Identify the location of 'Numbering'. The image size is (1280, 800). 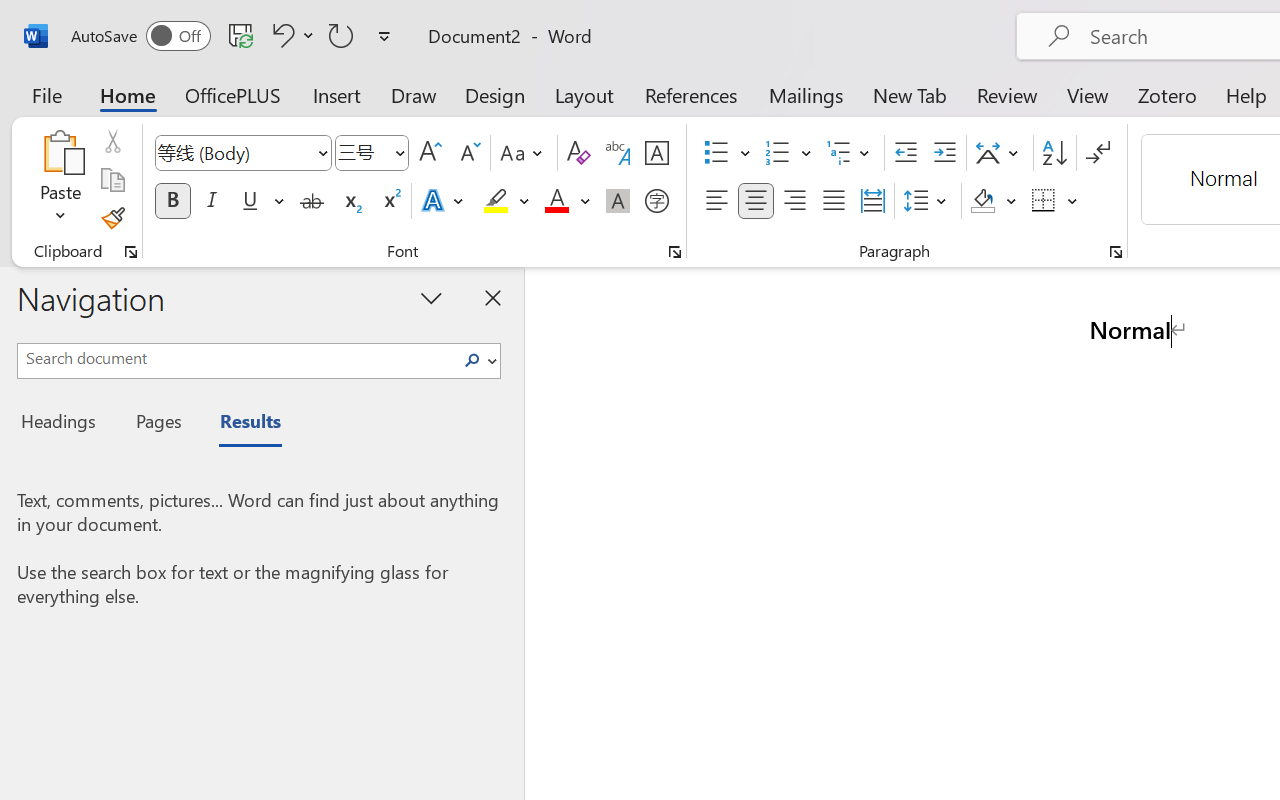
(777, 153).